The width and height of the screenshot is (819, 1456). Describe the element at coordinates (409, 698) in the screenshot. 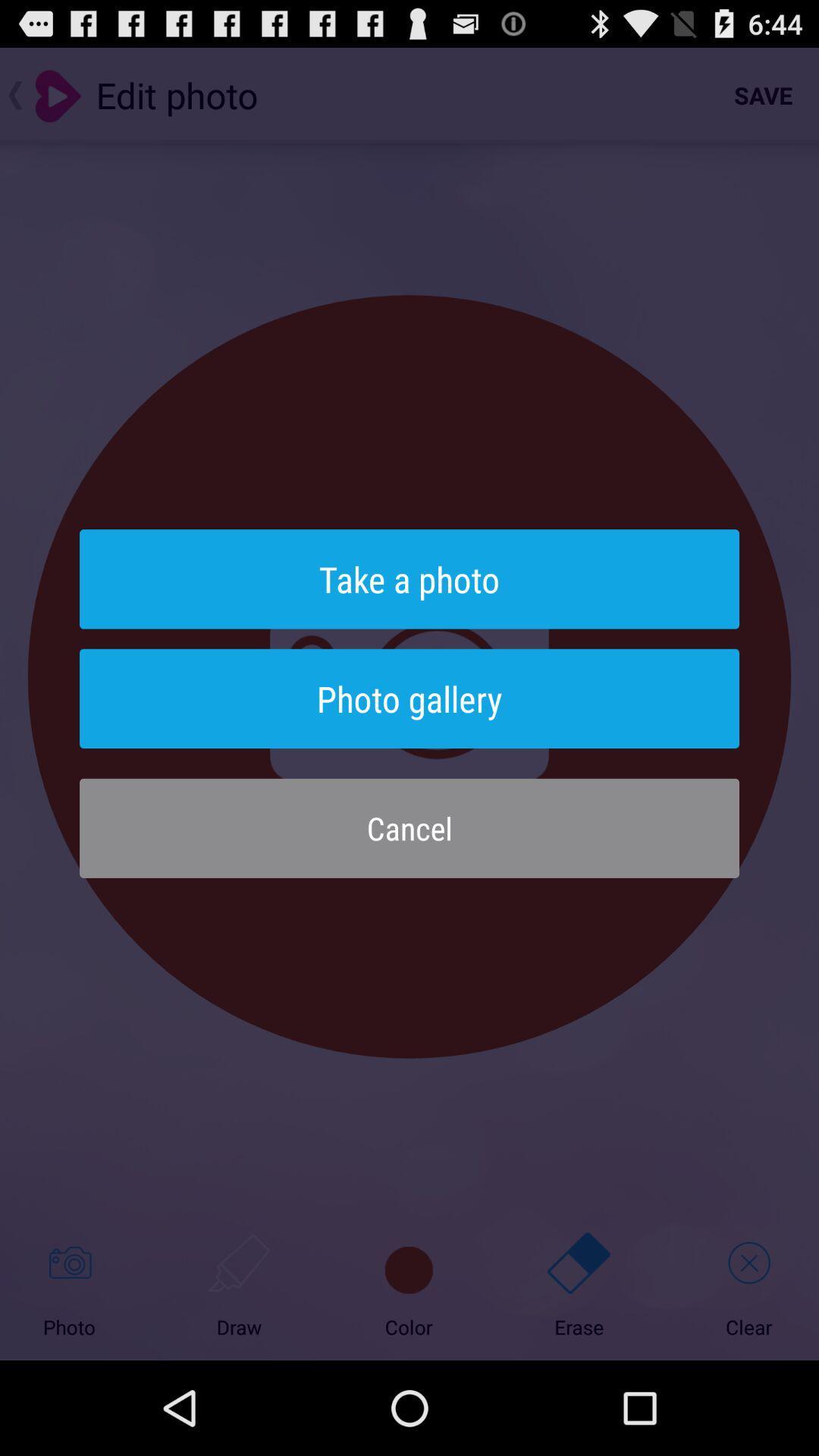

I see `the button below take a photo` at that location.